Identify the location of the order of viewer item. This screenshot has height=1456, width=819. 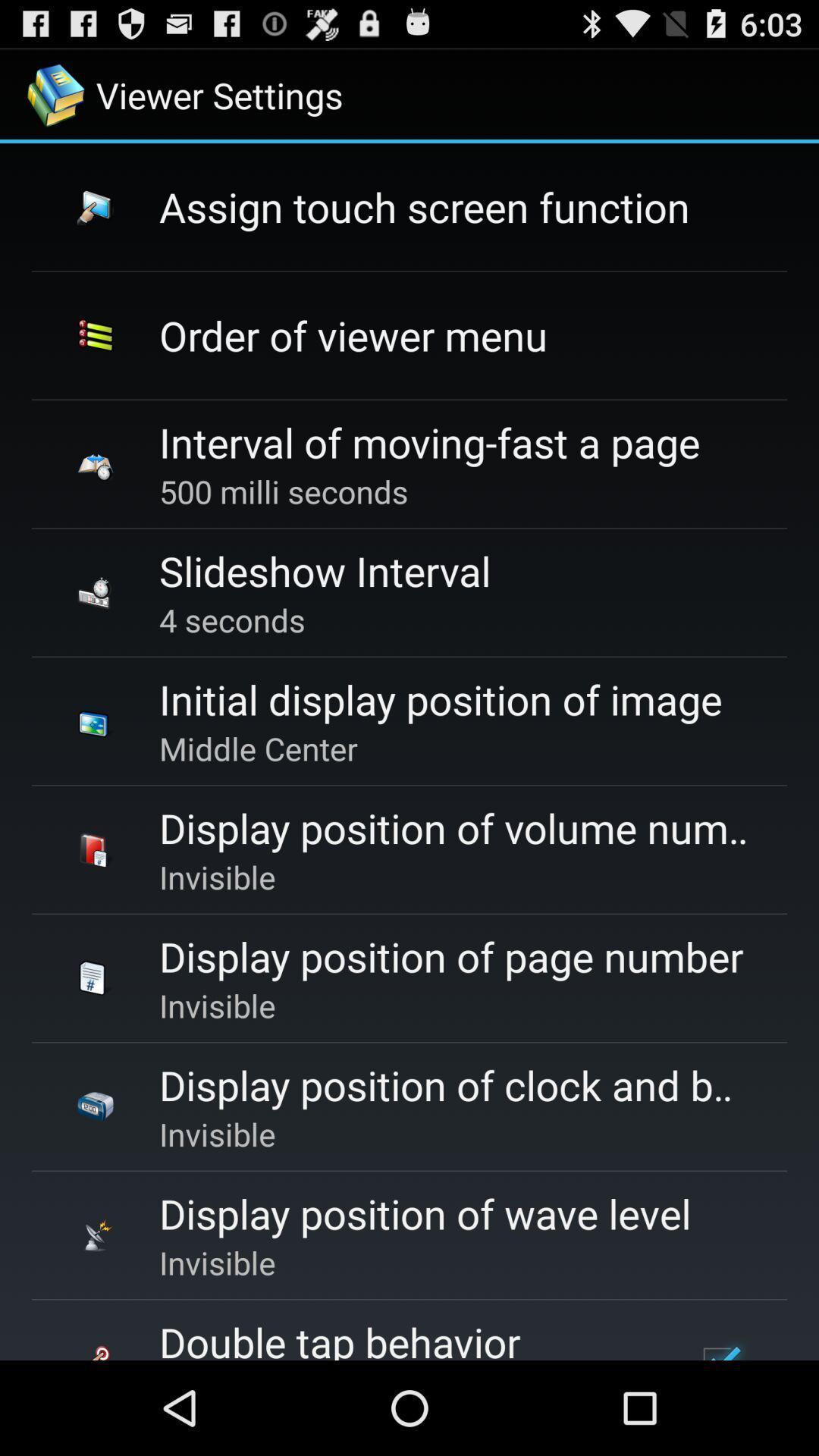
(353, 334).